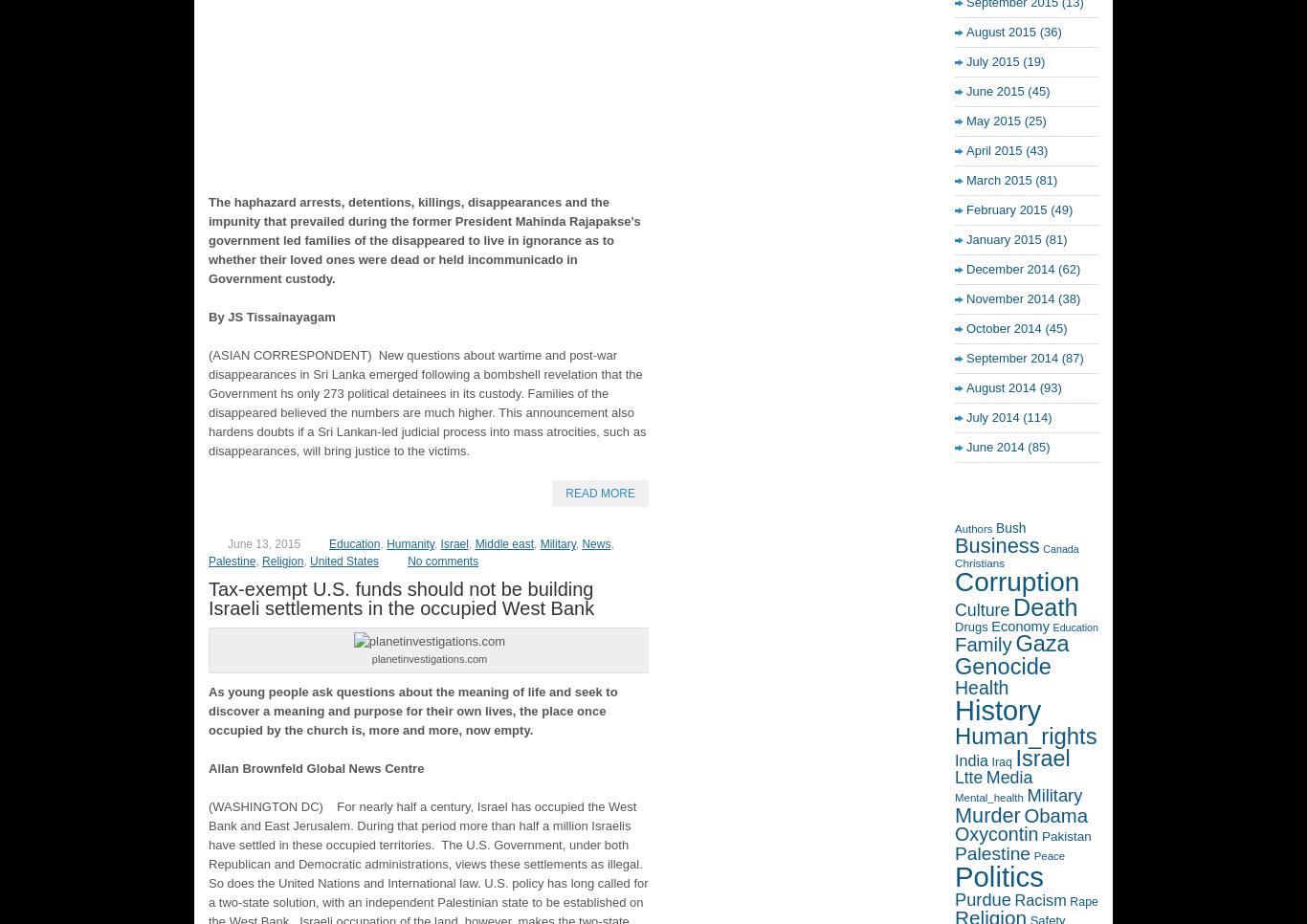 This screenshot has width=1307, height=924. Describe the element at coordinates (984, 777) in the screenshot. I see `'Media'` at that location.